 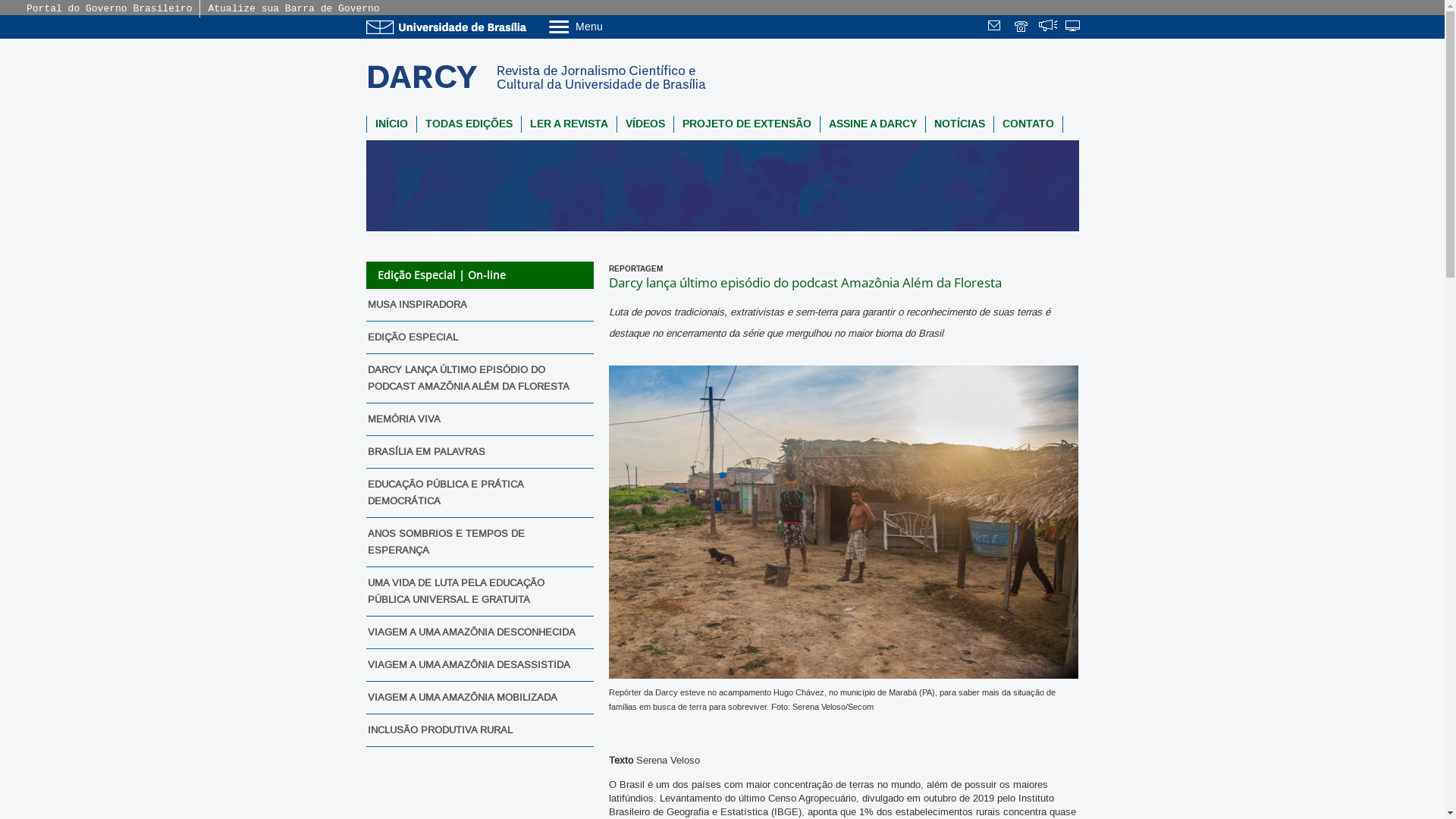 I want to click on 'Sistemas', so click(x=1073, y=27).